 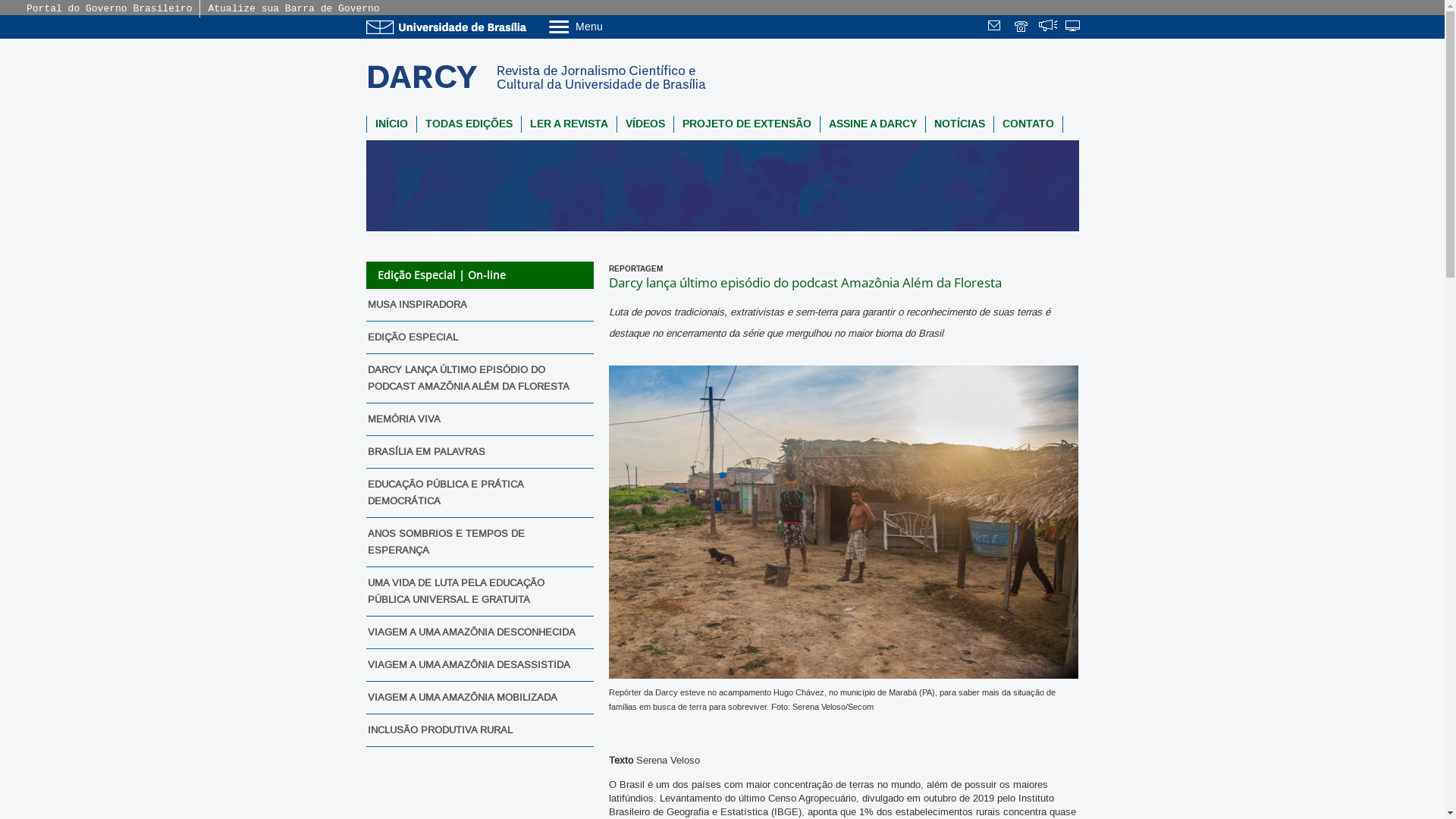 I want to click on 'Sistemas', so click(x=1073, y=27).